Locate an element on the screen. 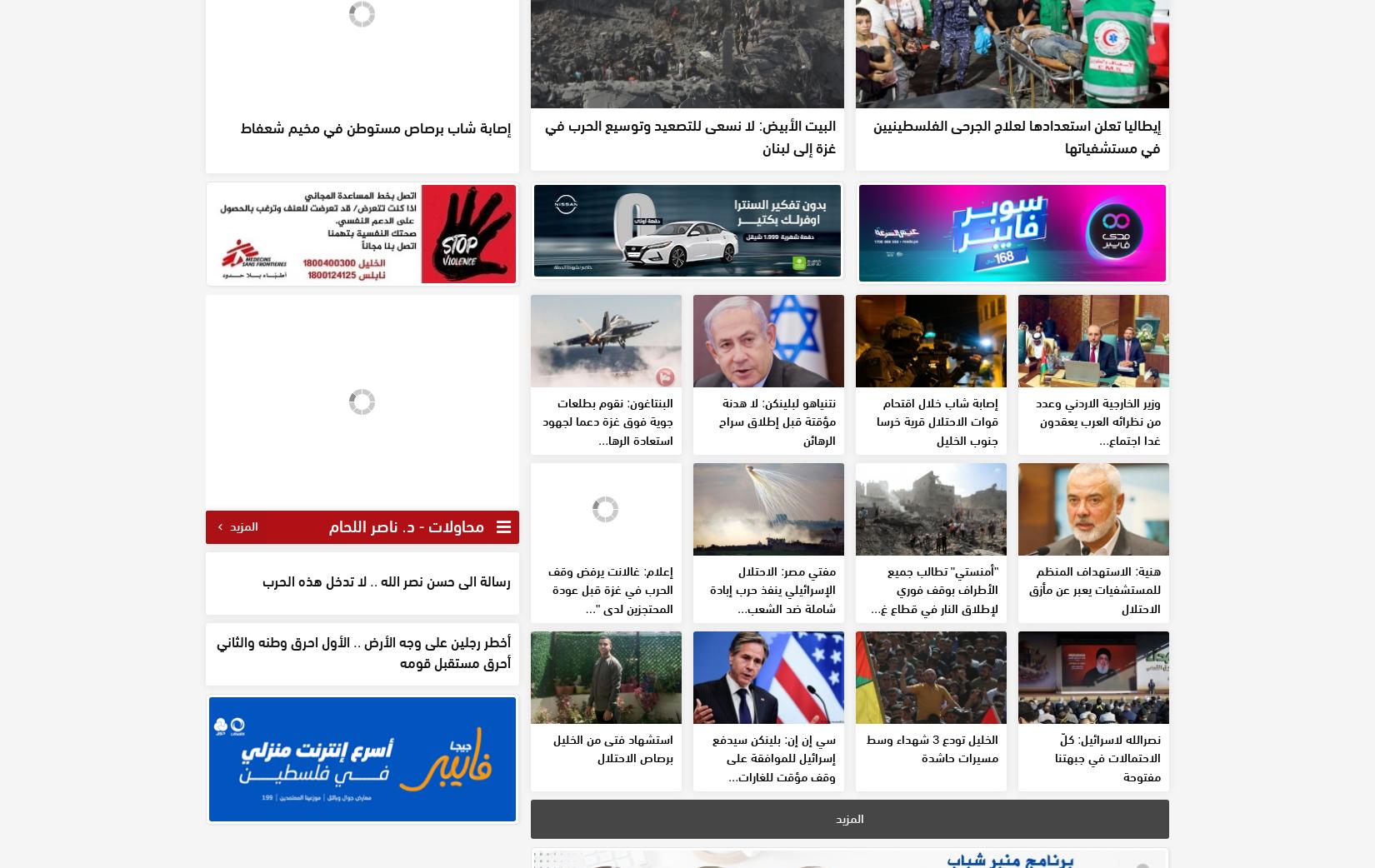 The width and height of the screenshot is (1375, 868). 'وزير الخارجية الاردني وعدد من نظرائه العرب يعقدون غدا اجتماع...' is located at coordinates (1097, 541).